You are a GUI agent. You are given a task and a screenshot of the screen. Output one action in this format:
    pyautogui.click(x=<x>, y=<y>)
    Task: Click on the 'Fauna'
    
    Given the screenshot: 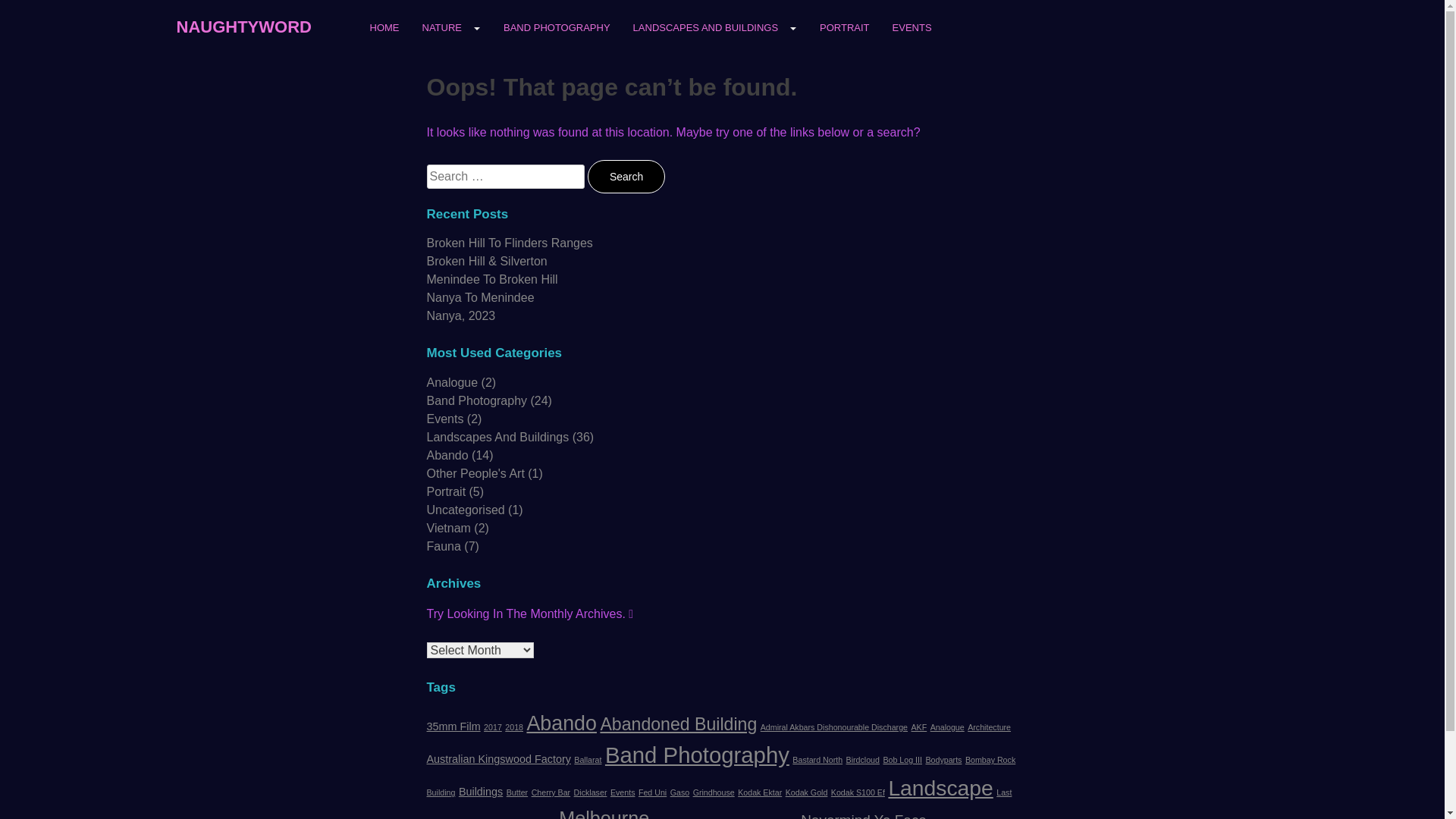 What is the action you would take?
    pyautogui.click(x=442, y=546)
    